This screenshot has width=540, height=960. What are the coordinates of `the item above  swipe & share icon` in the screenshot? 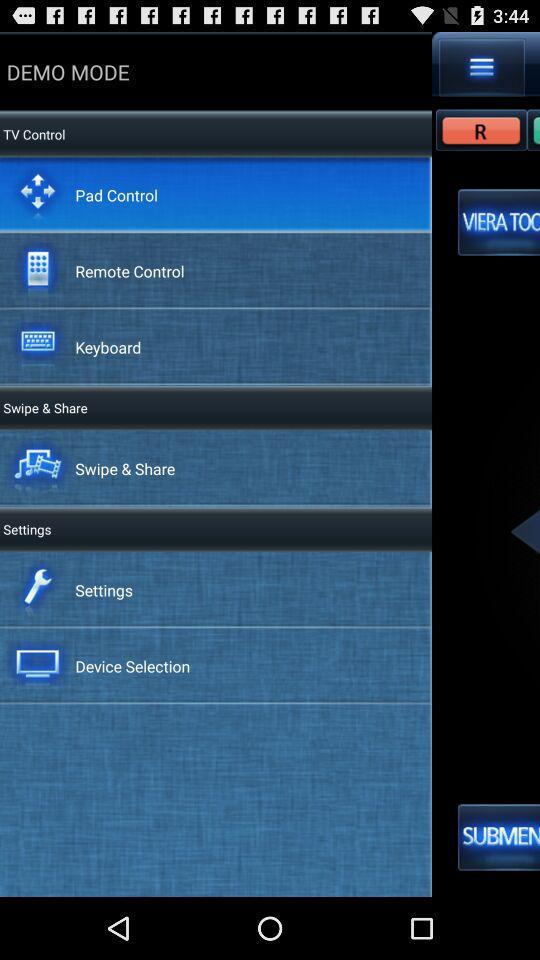 It's located at (108, 347).